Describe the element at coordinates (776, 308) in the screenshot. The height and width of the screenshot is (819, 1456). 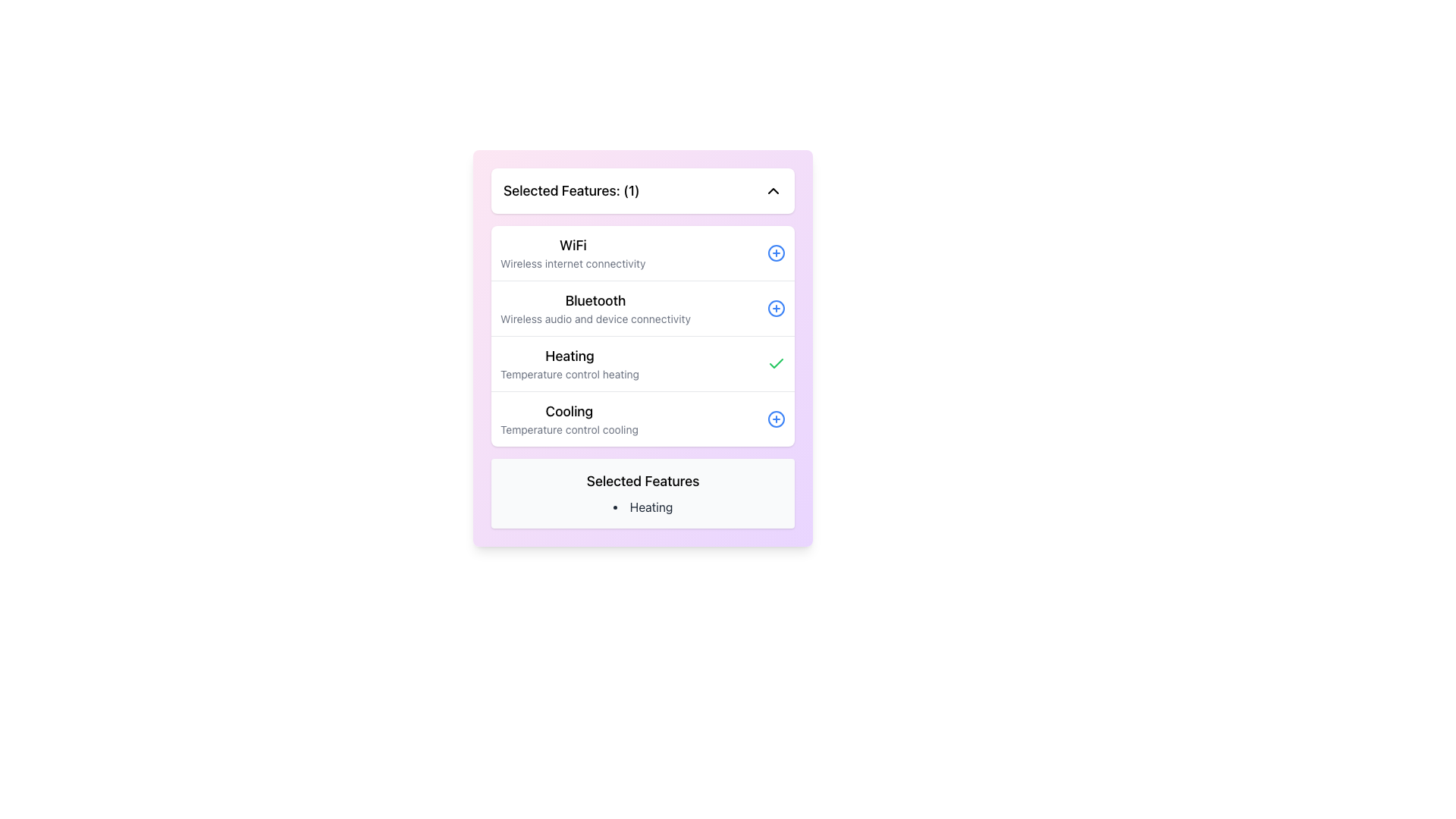
I see `the rightmost button in the 'Bluetooth' list item` at that location.